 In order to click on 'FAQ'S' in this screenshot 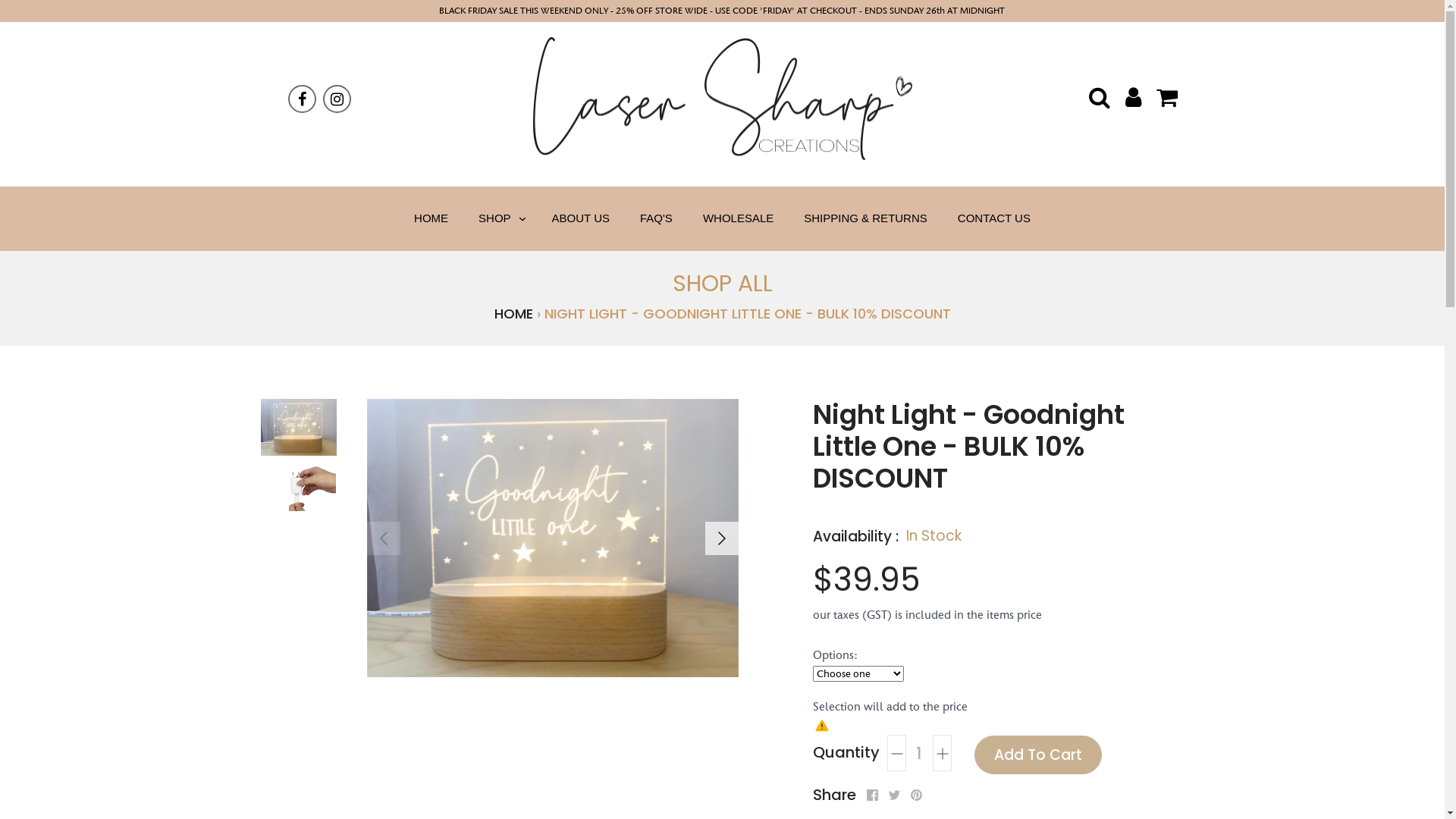, I will do `click(656, 218)`.